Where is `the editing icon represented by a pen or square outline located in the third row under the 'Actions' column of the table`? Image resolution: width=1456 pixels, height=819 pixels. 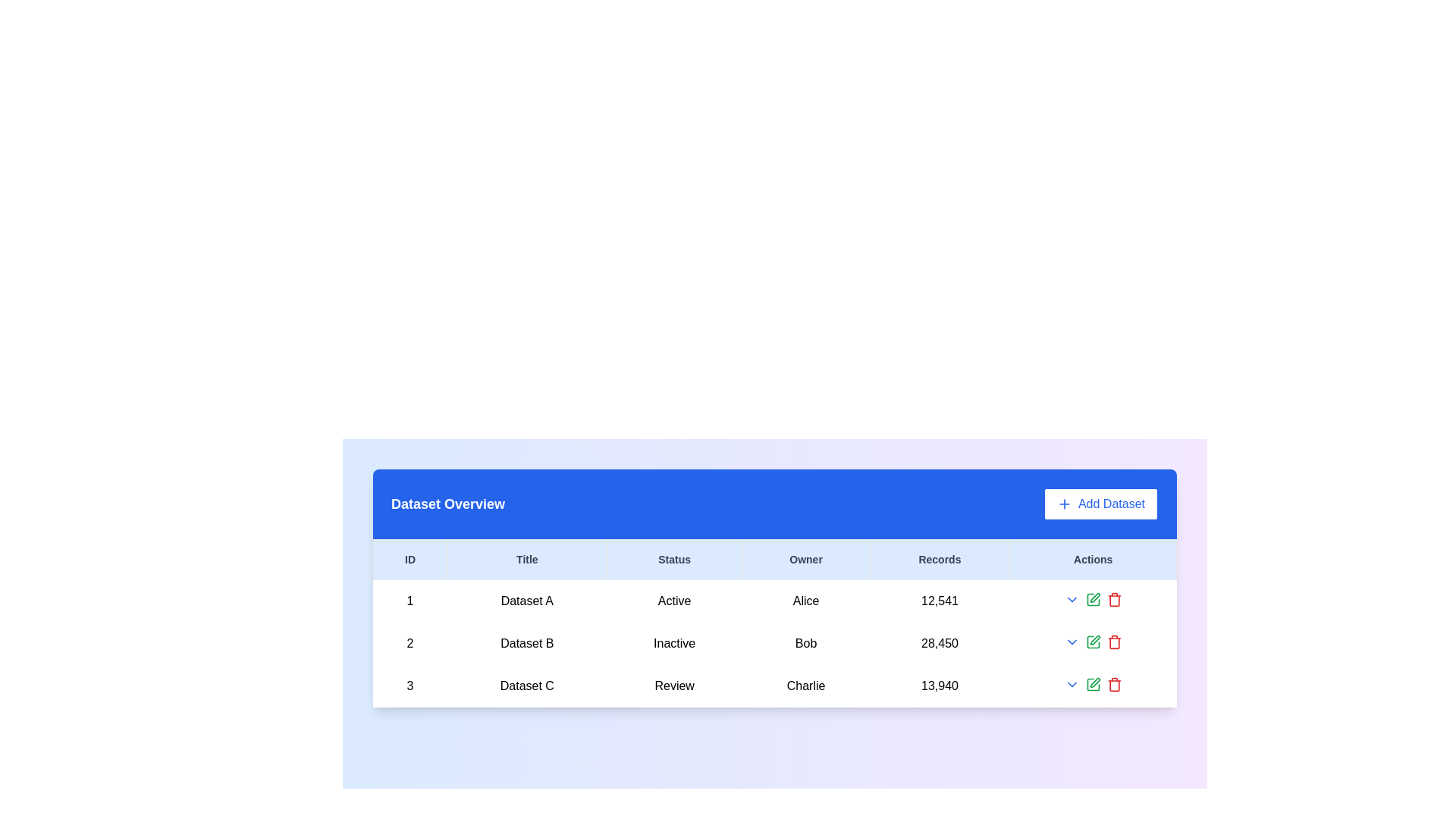 the editing icon represented by a pen or square outline located in the third row under the 'Actions' column of the table is located at coordinates (1093, 684).